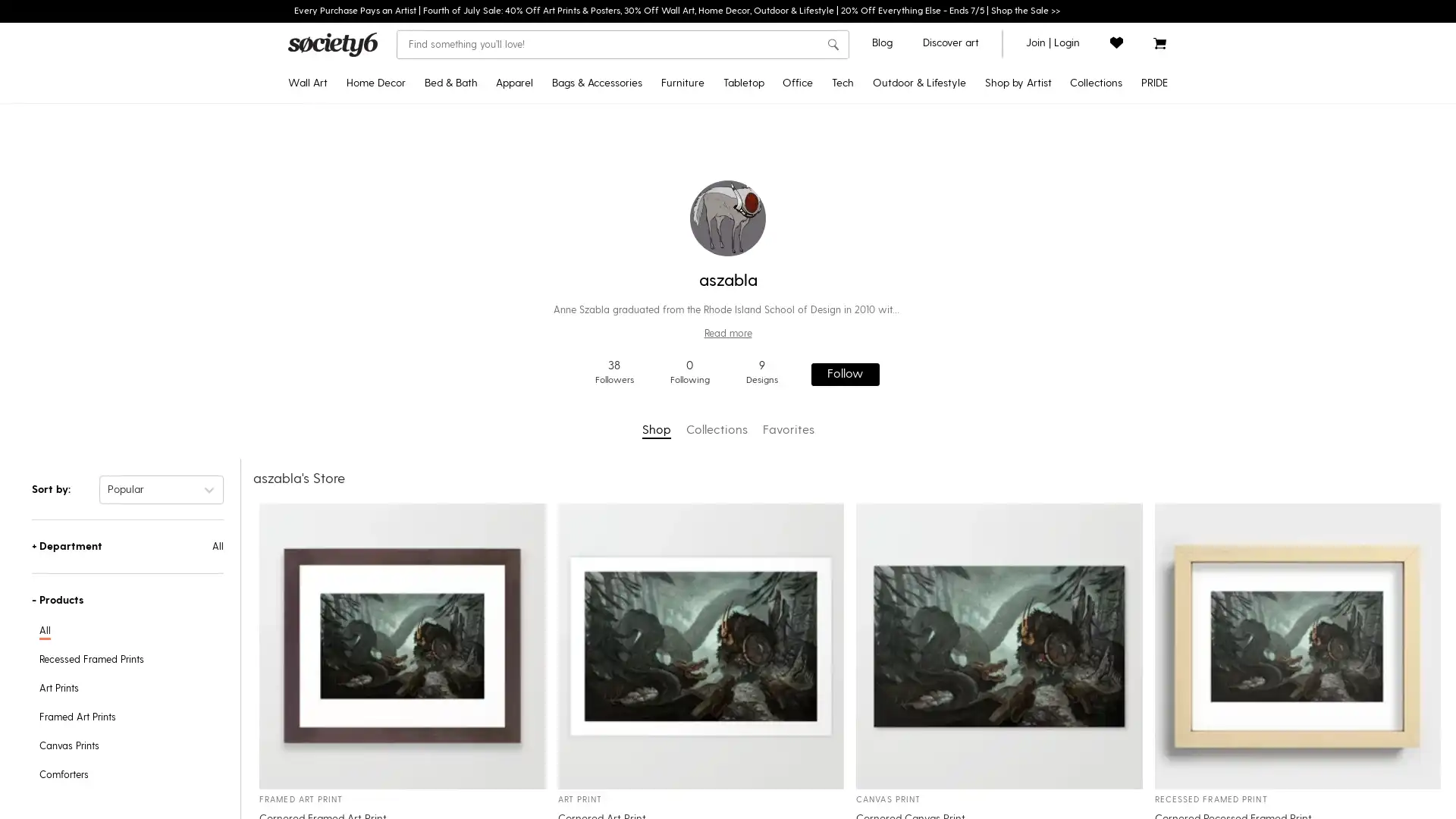 This screenshot has height=819, width=1456. I want to click on Laptop Stickers, so click(896, 341).